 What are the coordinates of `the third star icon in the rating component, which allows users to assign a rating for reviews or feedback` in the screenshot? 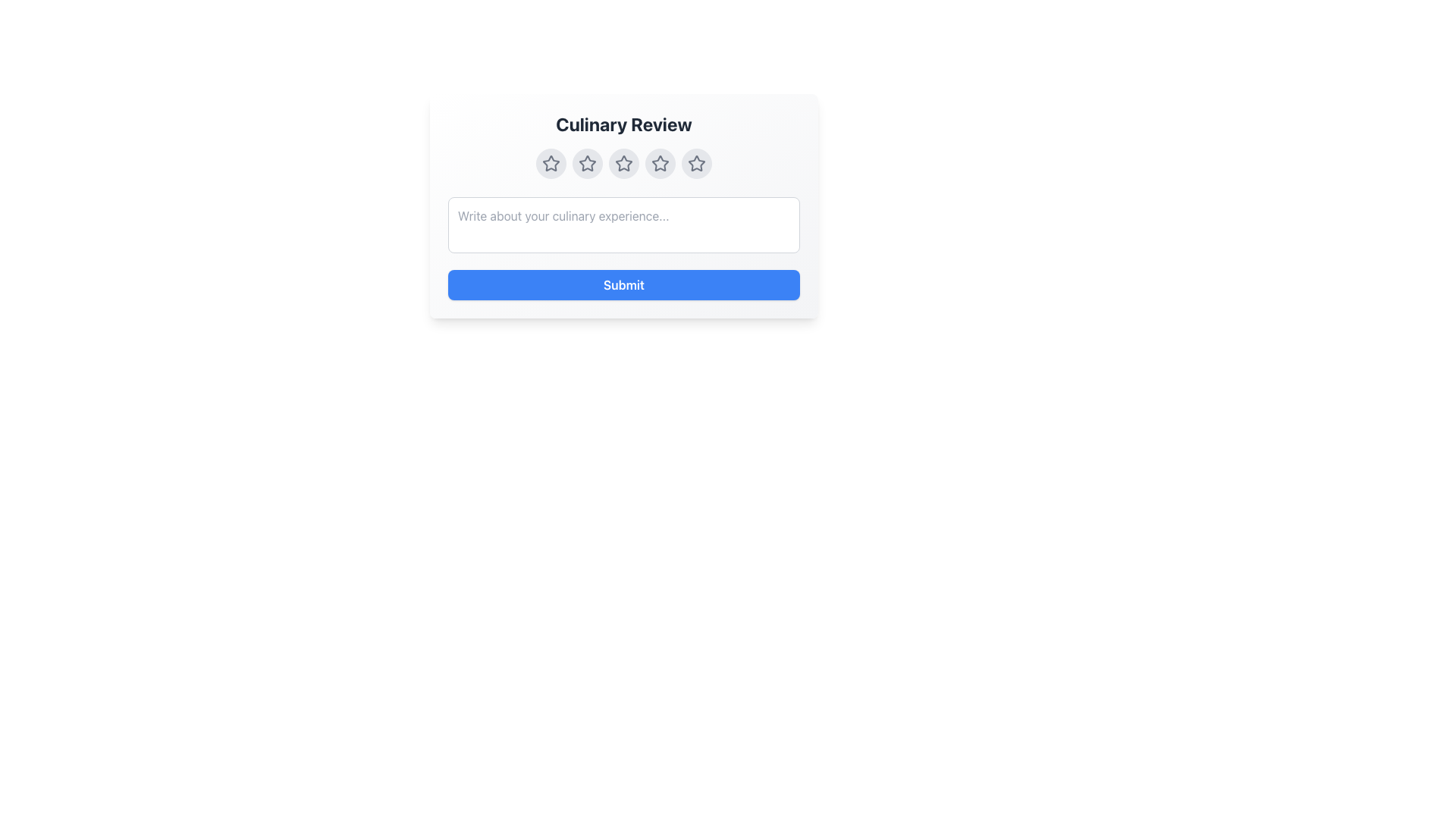 It's located at (623, 163).